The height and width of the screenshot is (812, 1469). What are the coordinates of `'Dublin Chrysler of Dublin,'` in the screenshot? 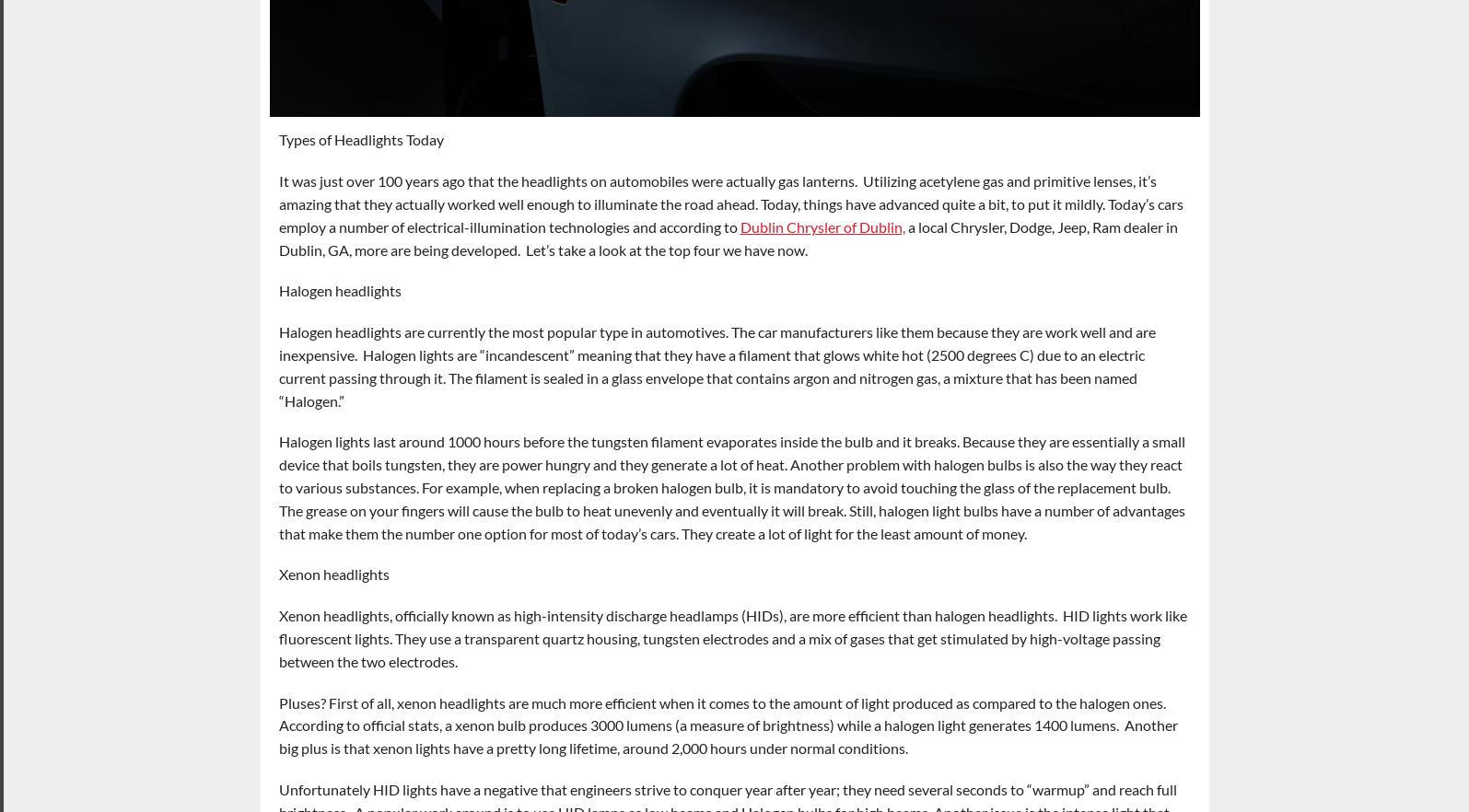 It's located at (821, 225).